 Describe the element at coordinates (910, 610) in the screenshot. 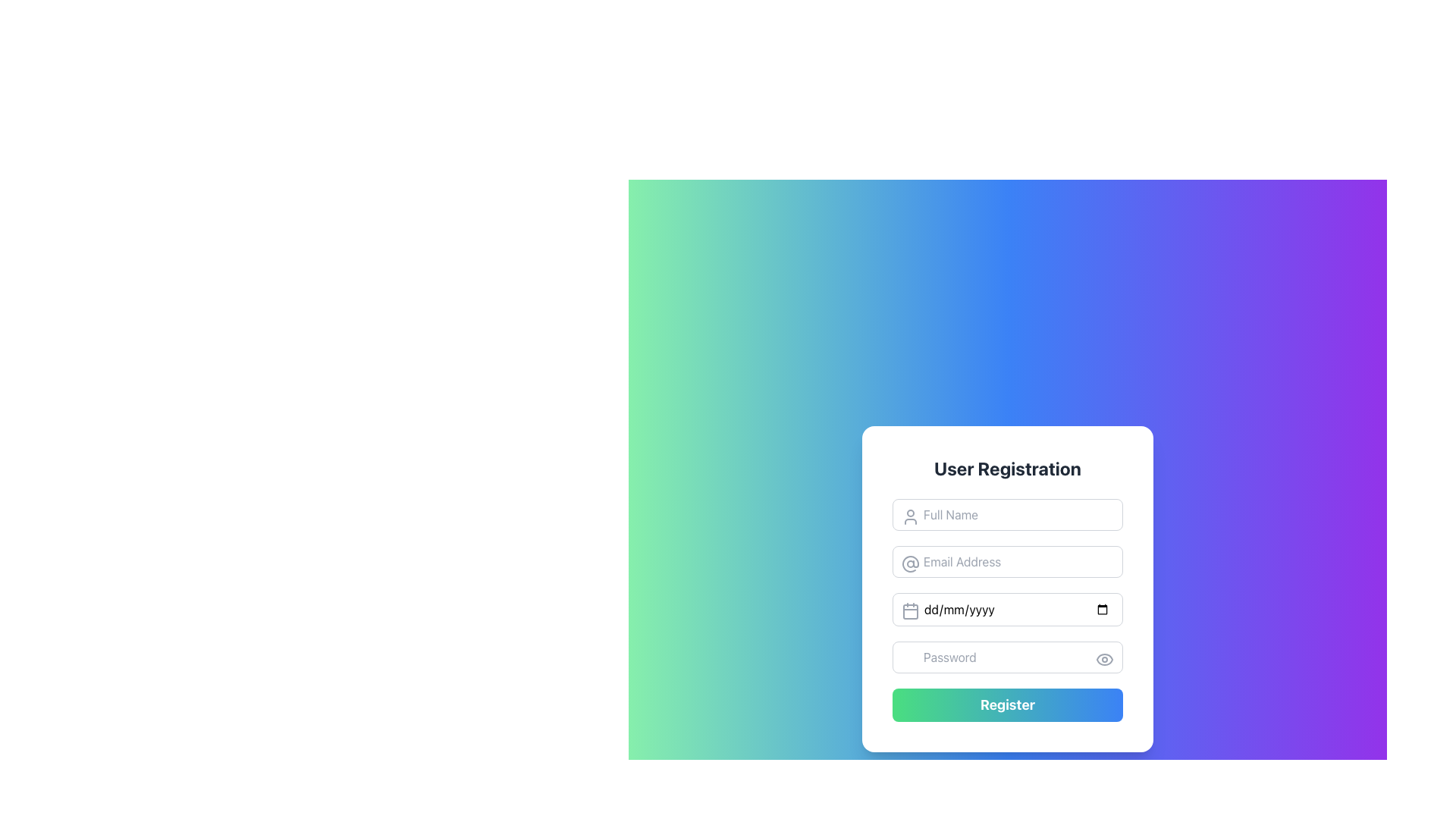

I see `the calendar icon located at the top-left corner of the date input field in the user registration form` at that location.